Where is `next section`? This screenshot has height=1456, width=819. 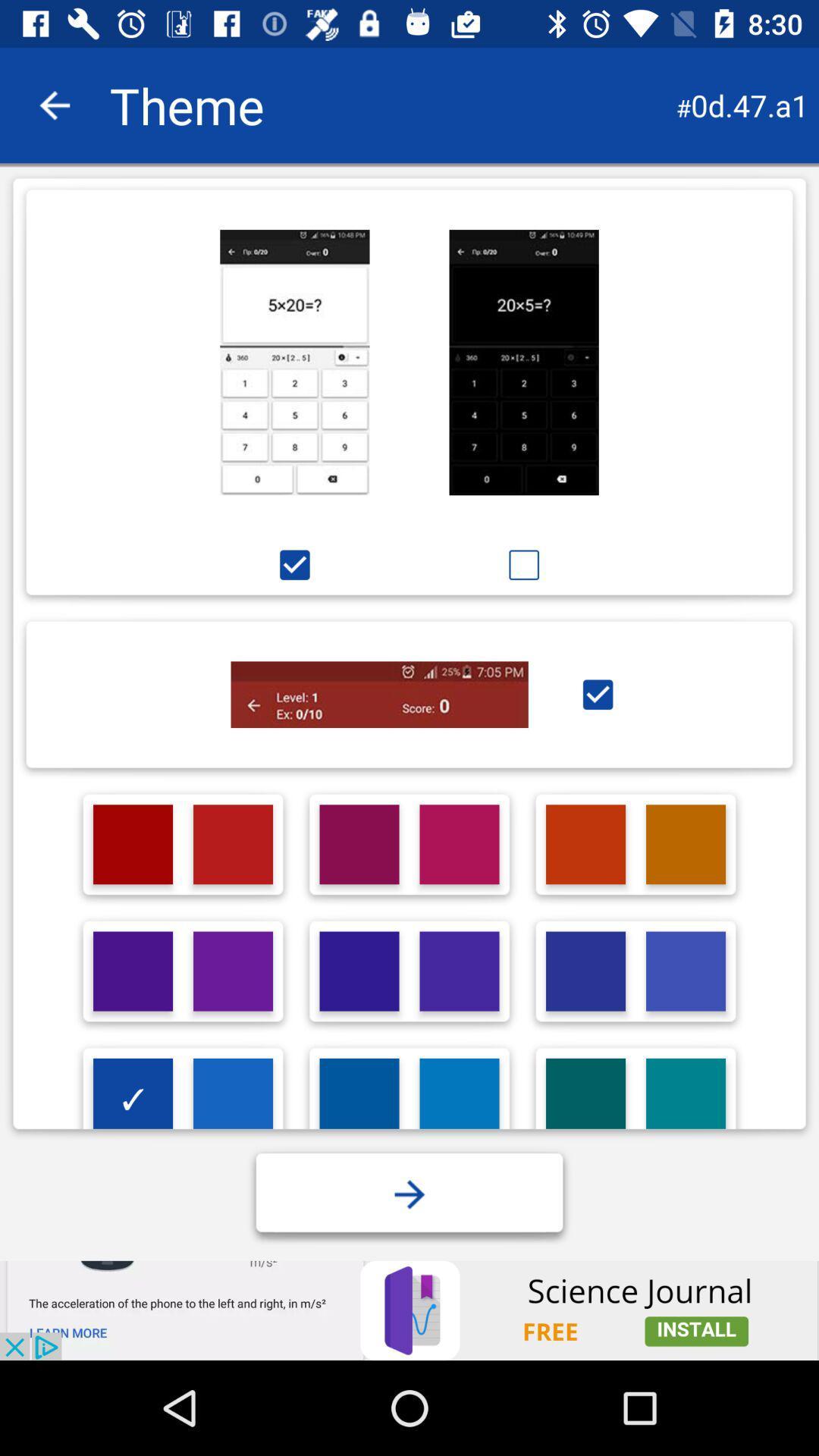
next section is located at coordinates (409, 1194).